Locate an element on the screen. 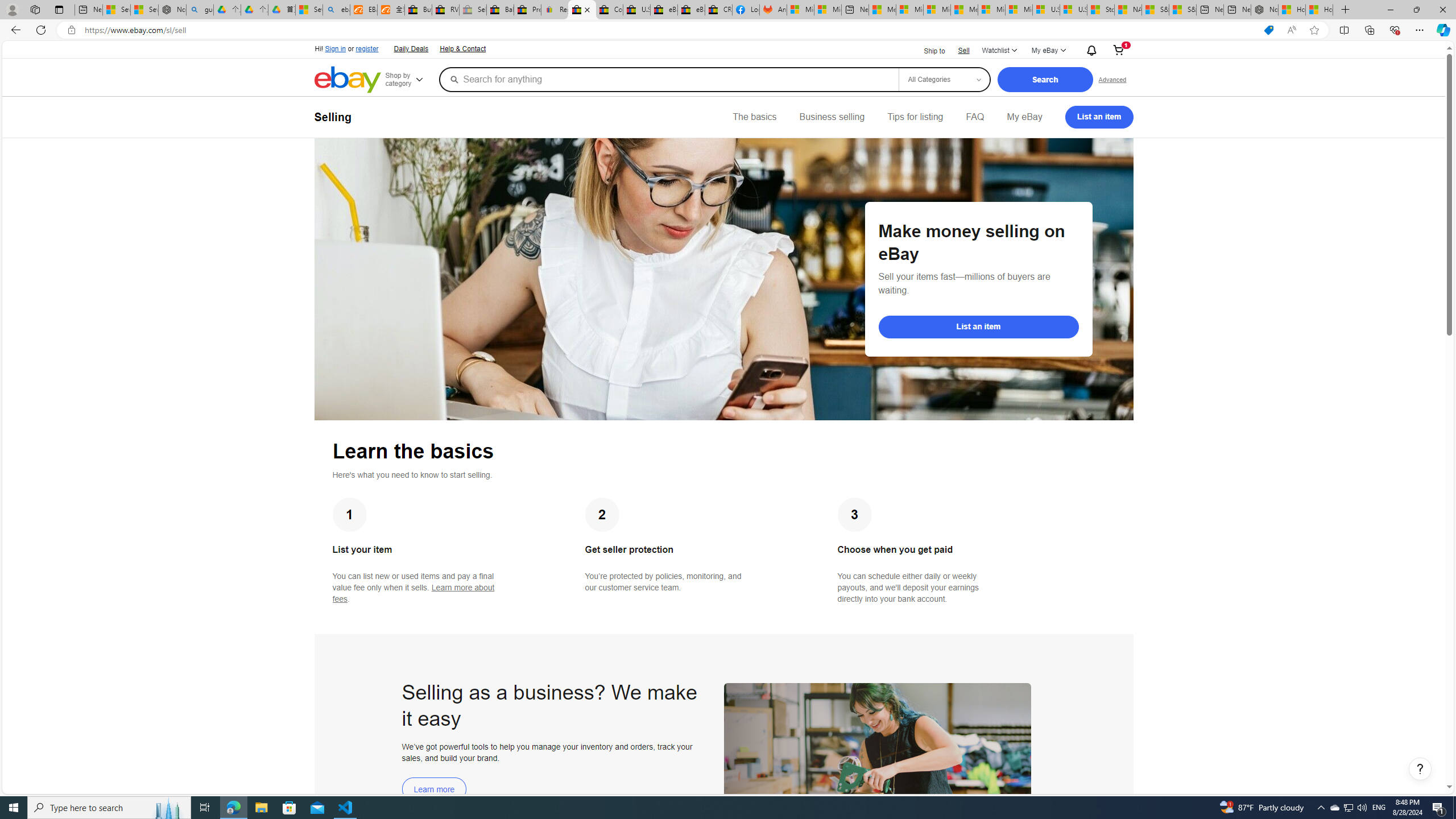  'Tips for listing' is located at coordinates (914, 116).